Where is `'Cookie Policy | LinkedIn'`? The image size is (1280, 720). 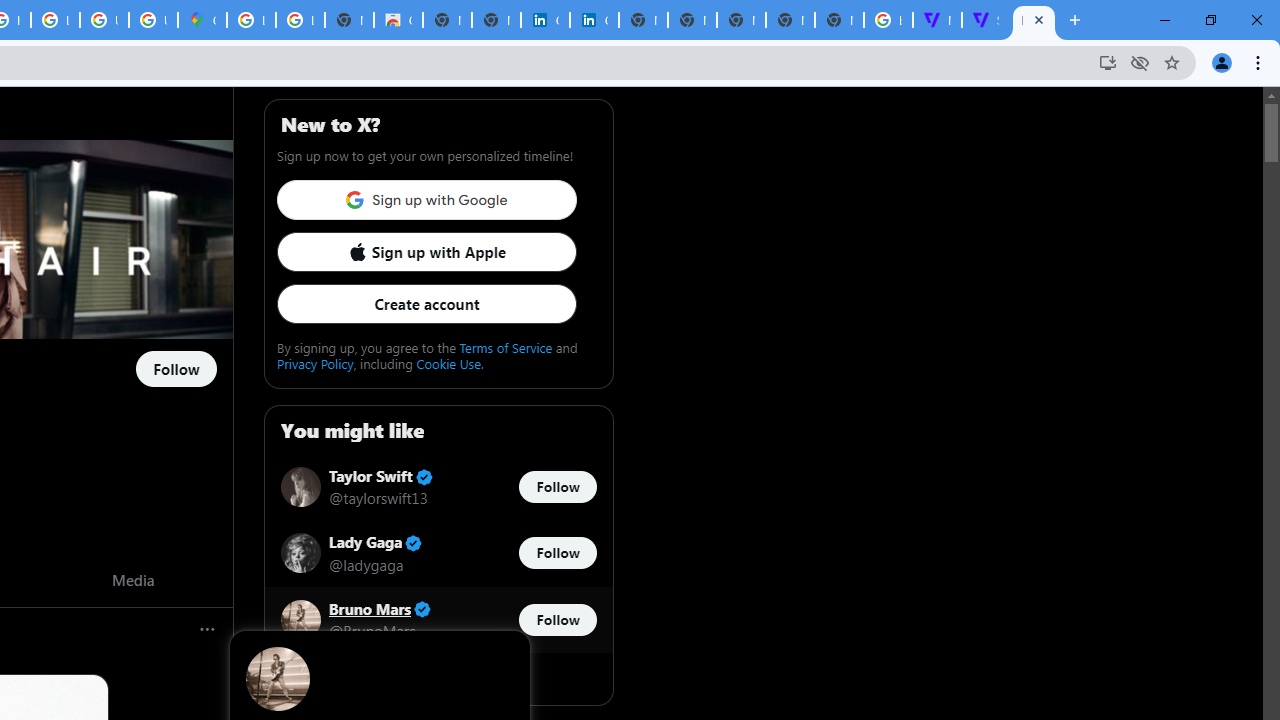
'Cookie Policy | LinkedIn' is located at coordinates (593, 20).